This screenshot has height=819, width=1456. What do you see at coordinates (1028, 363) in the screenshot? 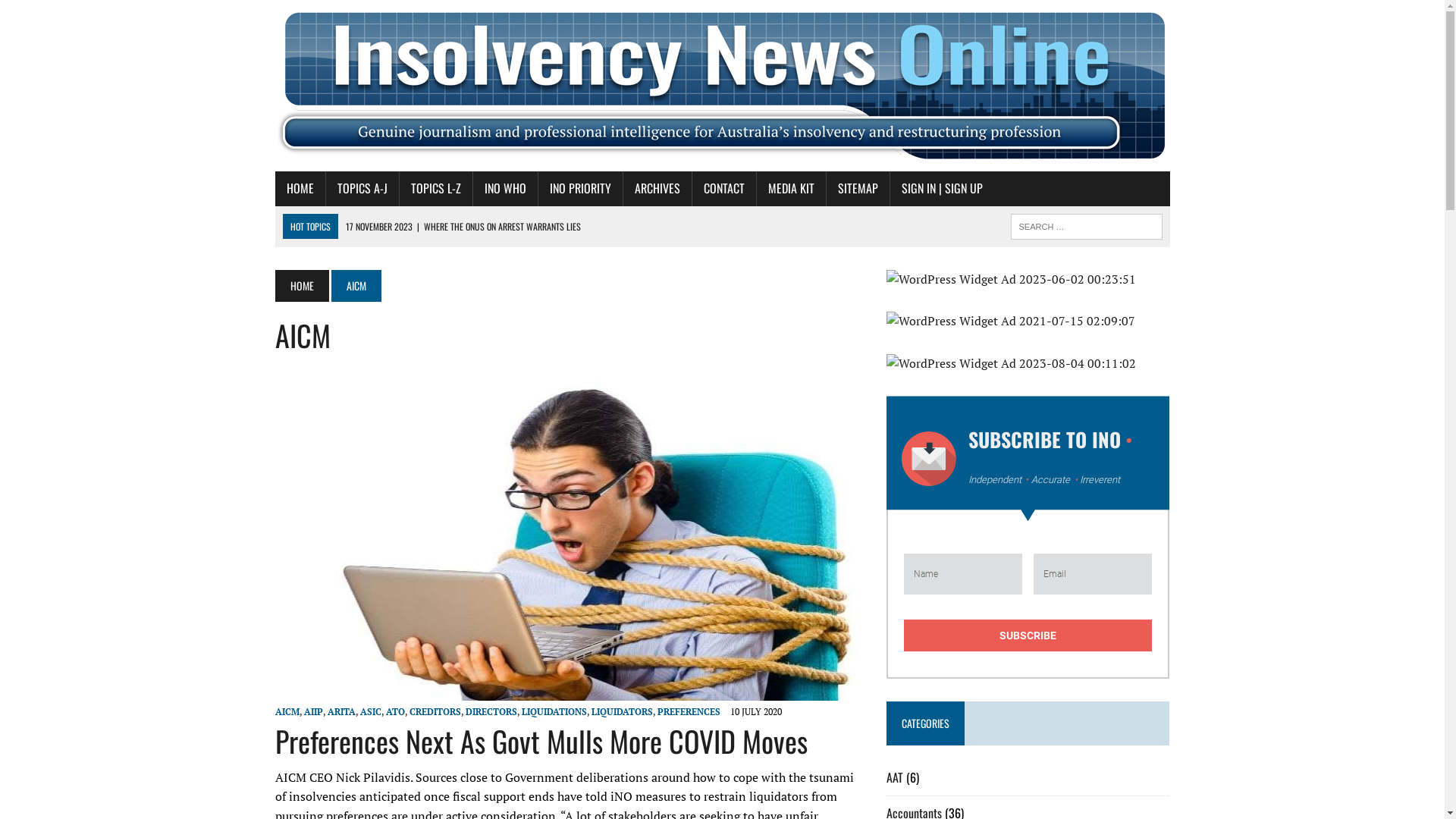
I see `'WordPress Widget Ad 2023-08-04 00:11:02'` at bounding box center [1028, 363].